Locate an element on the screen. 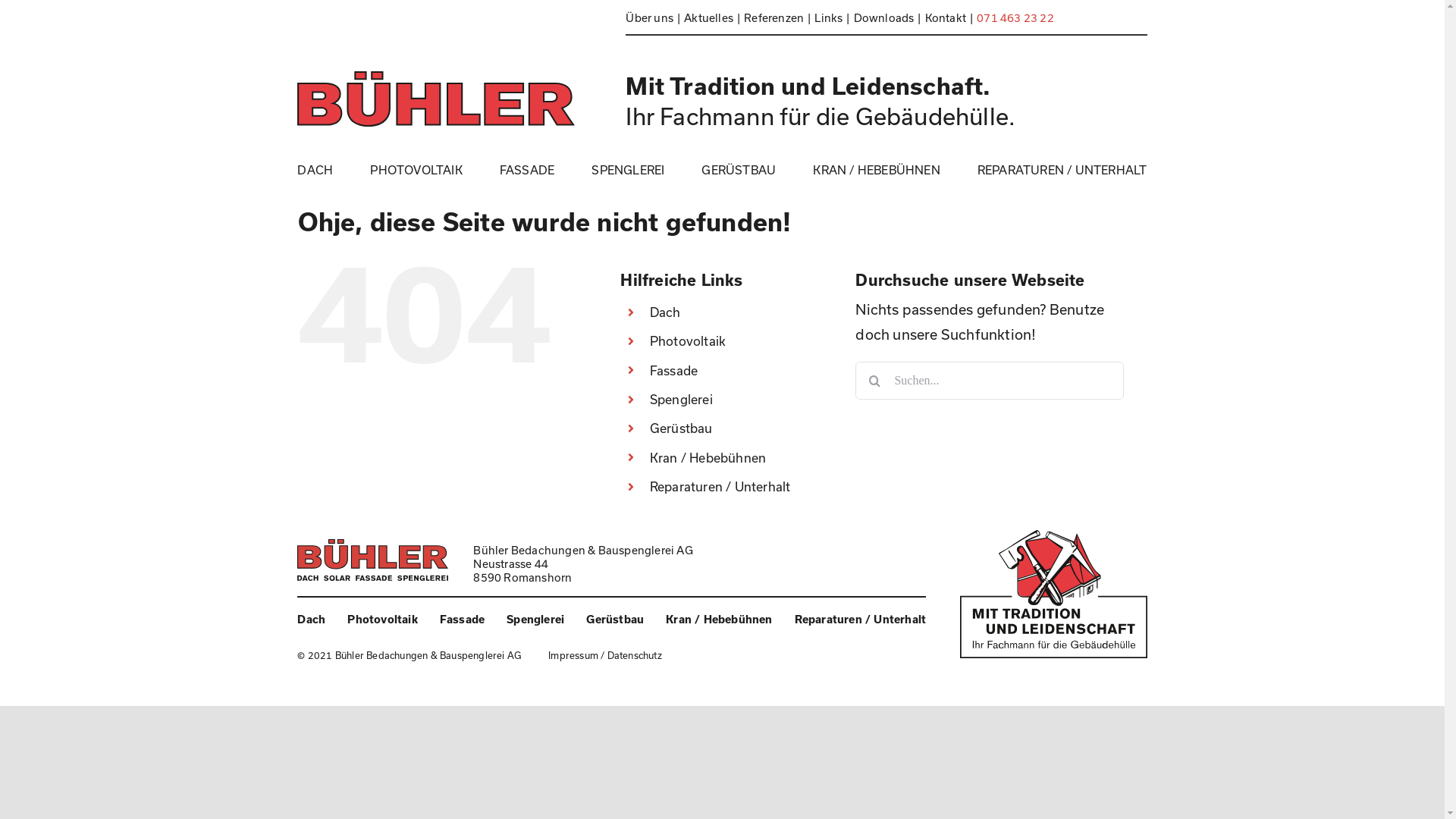 This screenshot has height=819, width=1456. 'Datenschutz' is located at coordinates (634, 654).